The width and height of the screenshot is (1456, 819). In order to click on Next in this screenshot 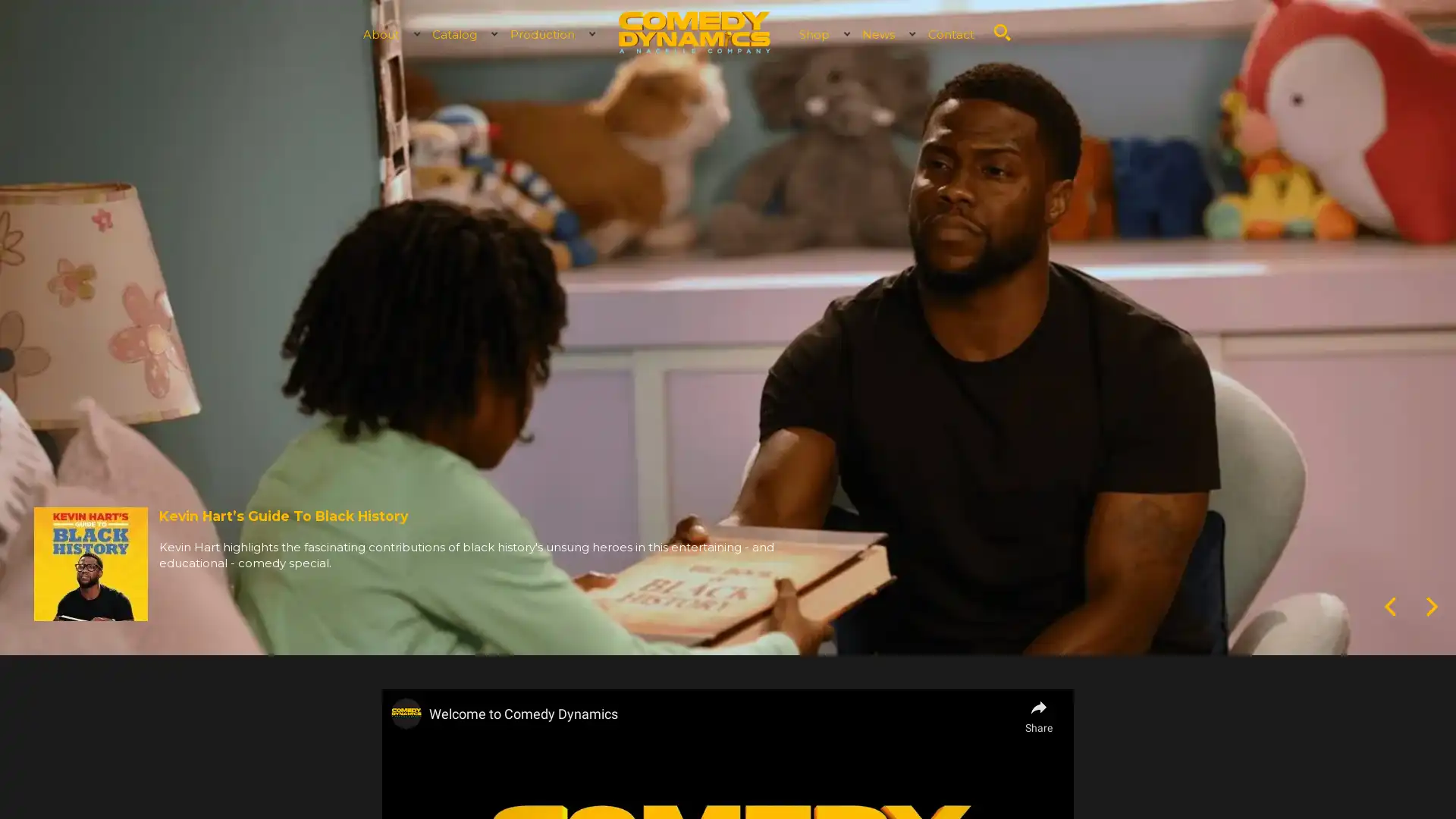, I will do `click(1429, 605)`.